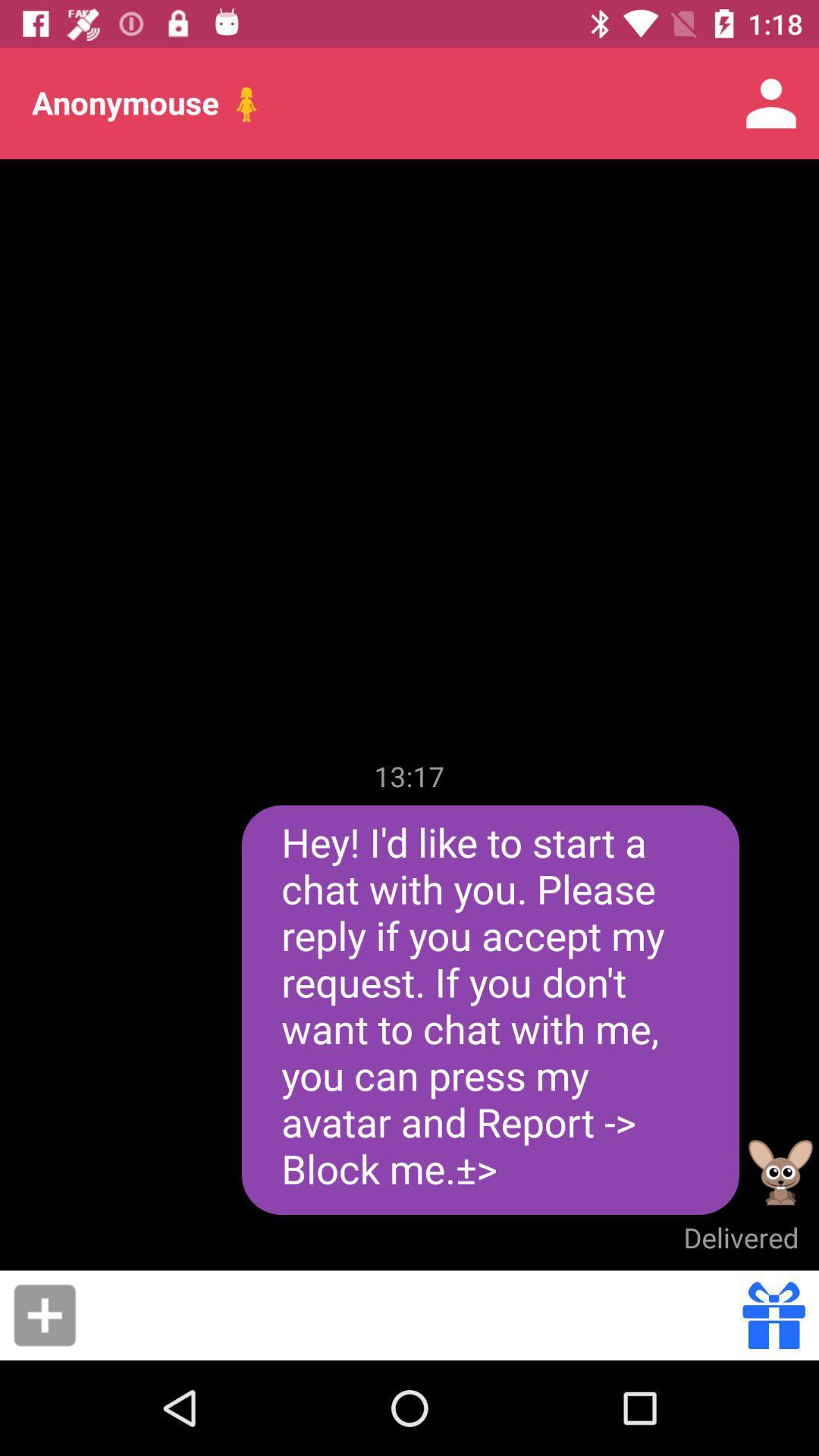 The width and height of the screenshot is (819, 1456). What do you see at coordinates (44, 1314) in the screenshot?
I see `more options` at bounding box center [44, 1314].